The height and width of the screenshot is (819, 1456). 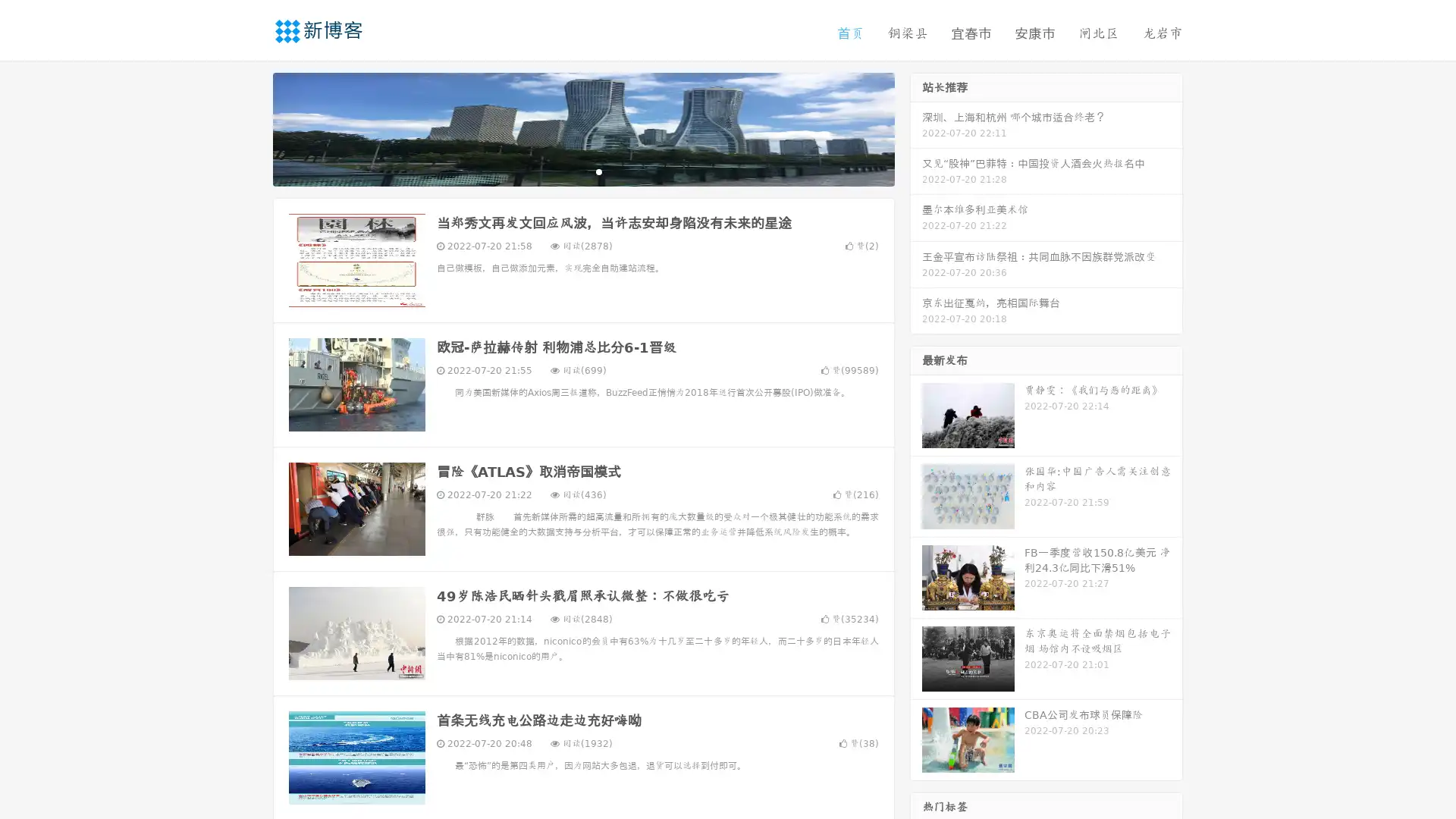 What do you see at coordinates (598, 171) in the screenshot?
I see `Go to slide 3` at bounding box center [598, 171].